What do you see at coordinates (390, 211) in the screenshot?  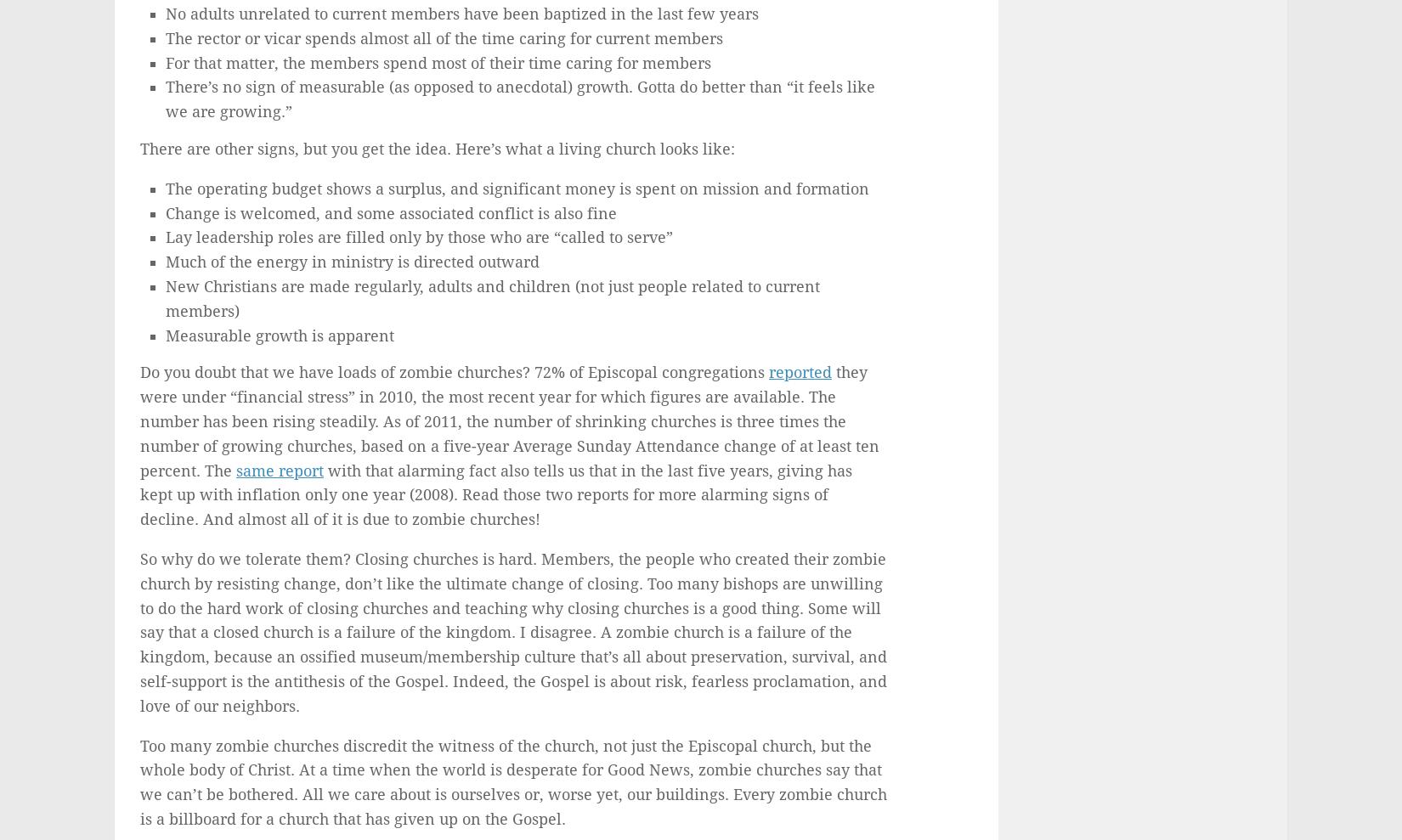 I see `'Change is welcomed, and some associated conflict is also fine'` at bounding box center [390, 211].